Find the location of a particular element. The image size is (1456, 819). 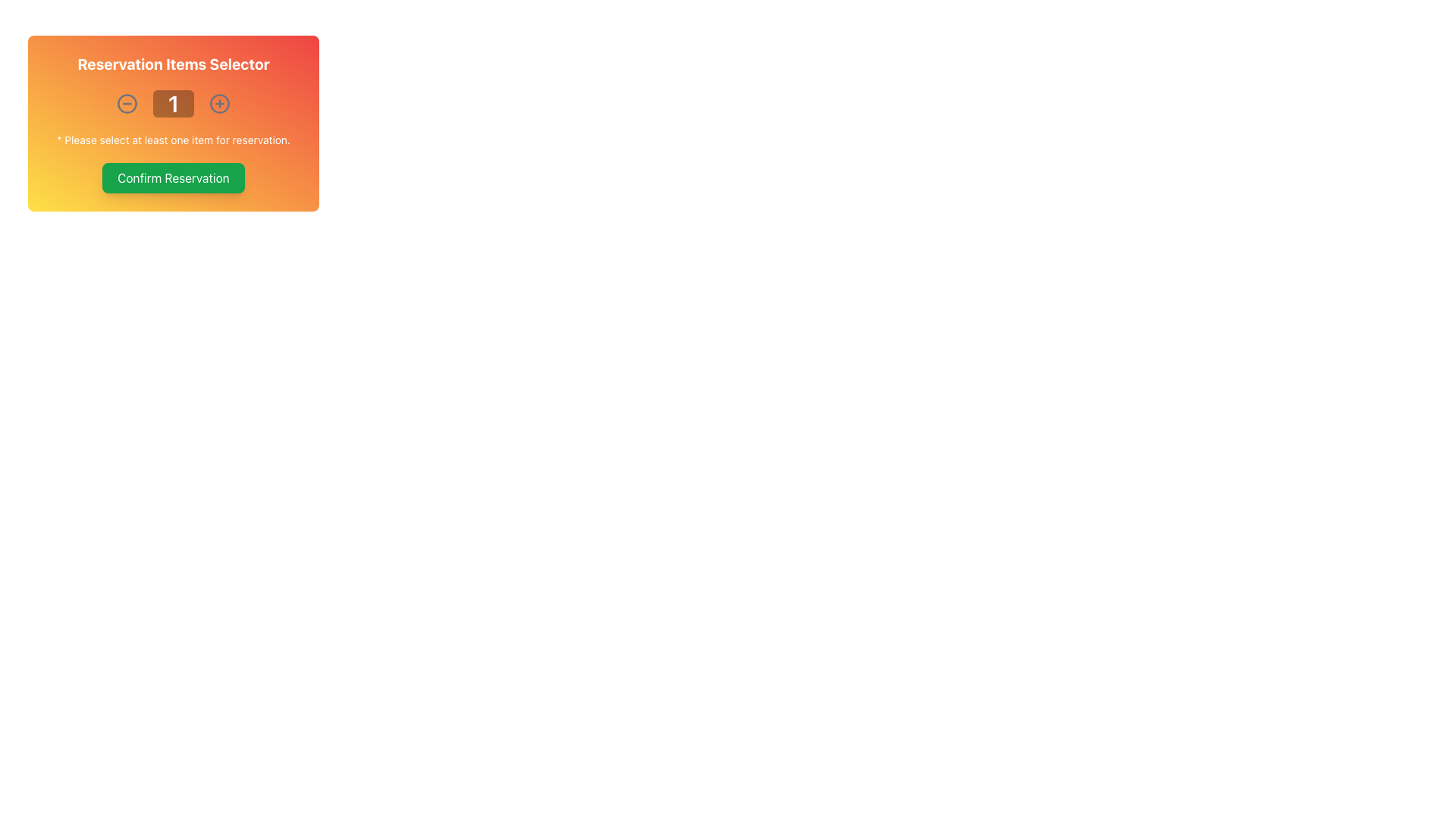

the text label indicating the current quantity in the reservation system's quantity selector, located between the decrement and increment buttons is located at coordinates (174, 103).